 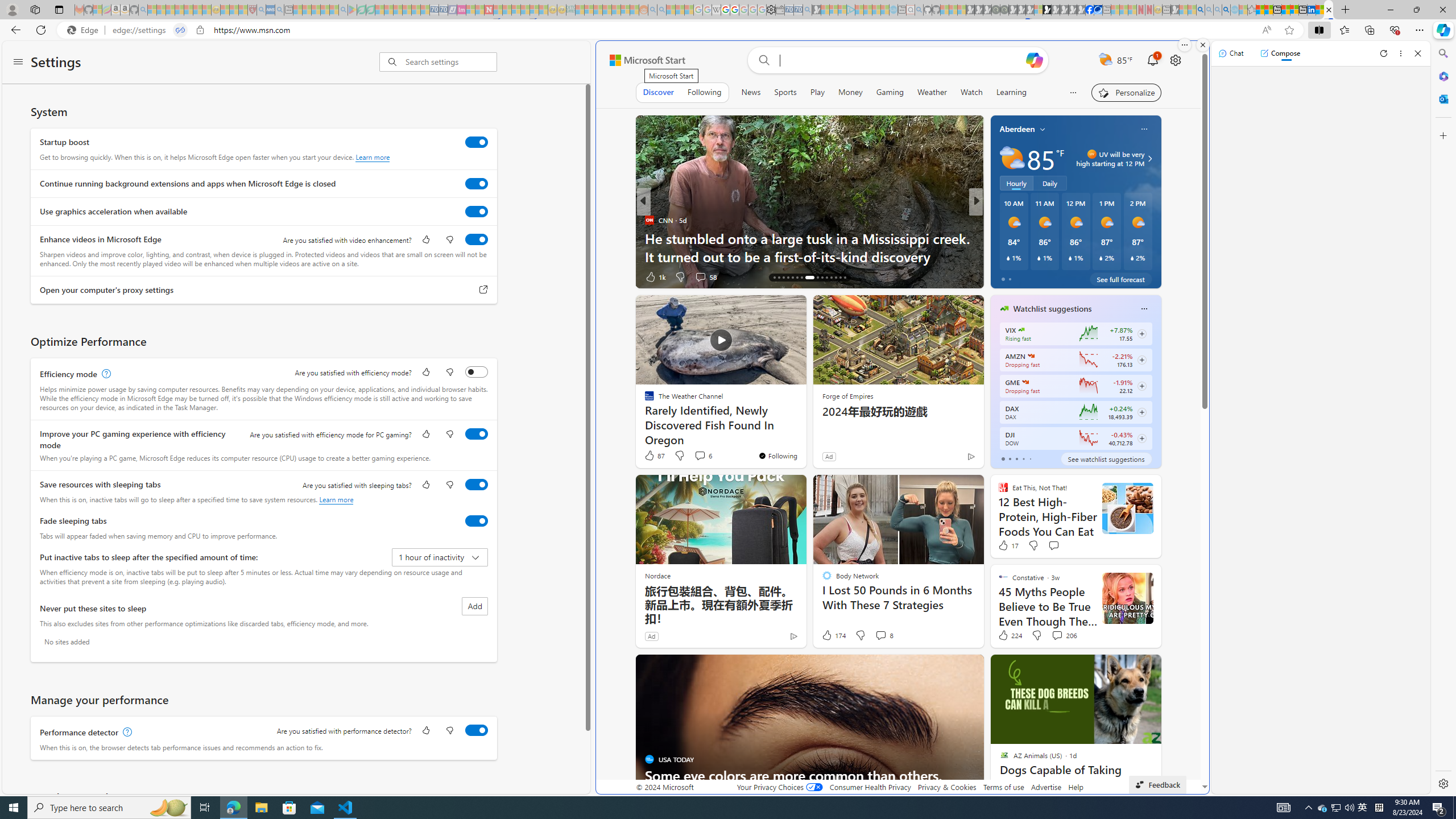 I want to click on 'AutomationID: tab-26', so click(x=827, y=277).